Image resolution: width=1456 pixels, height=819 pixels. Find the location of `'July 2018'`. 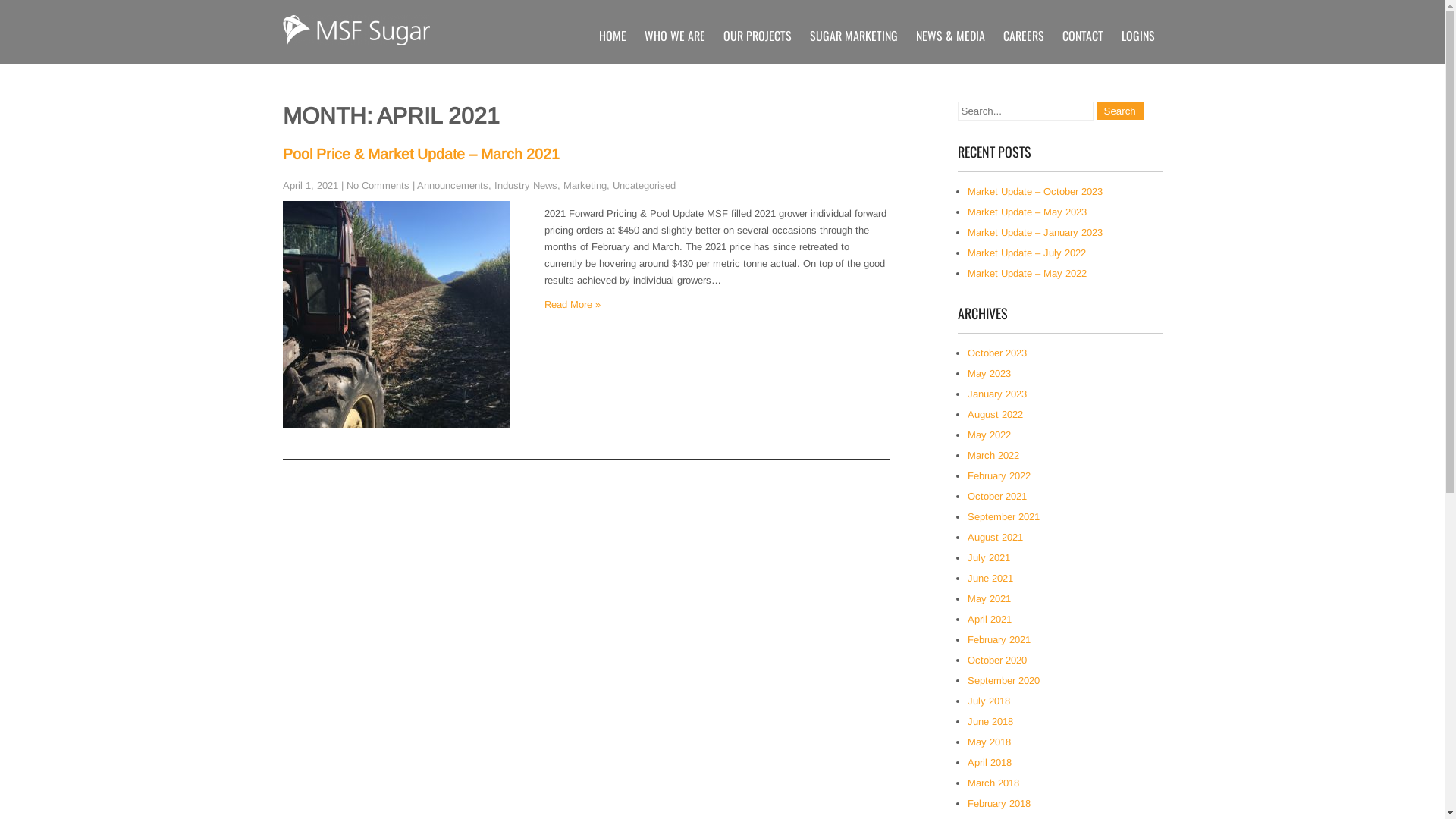

'July 2018' is located at coordinates (989, 701).